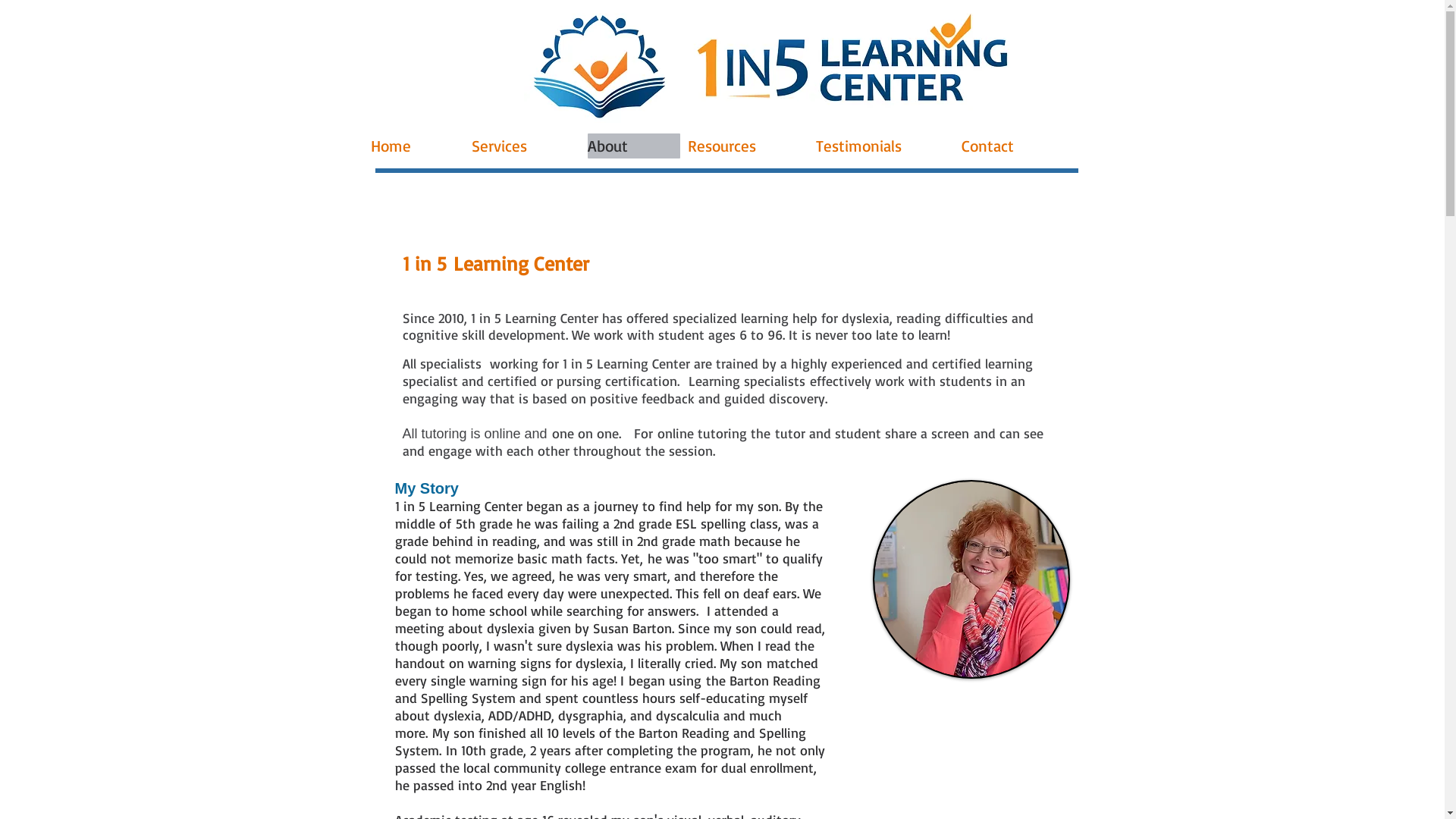 The height and width of the screenshot is (819, 1456). I want to click on 'About', so click(633, 146).